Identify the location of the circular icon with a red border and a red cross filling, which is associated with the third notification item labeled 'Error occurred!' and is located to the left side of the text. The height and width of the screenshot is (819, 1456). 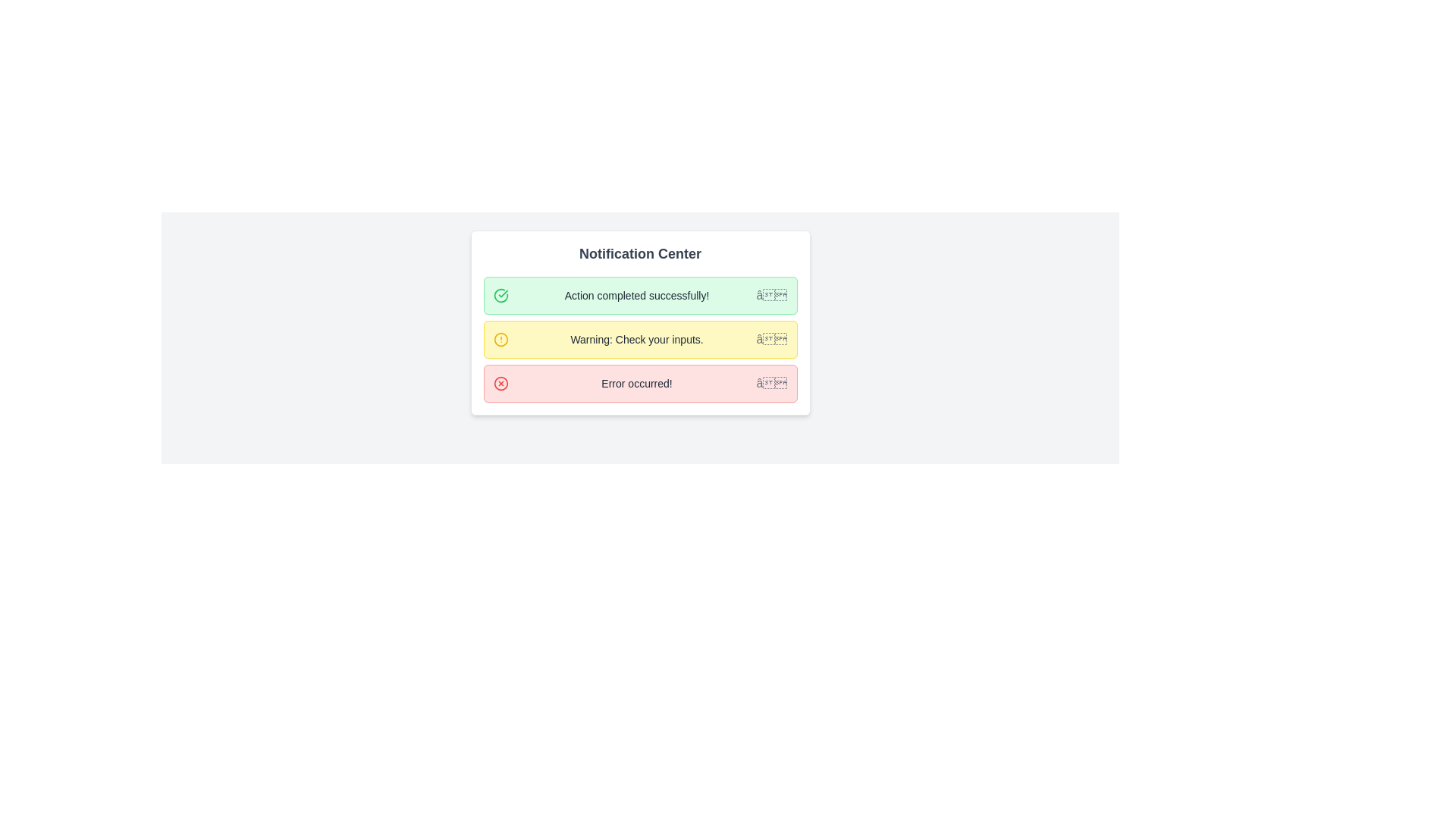
(500, 382).